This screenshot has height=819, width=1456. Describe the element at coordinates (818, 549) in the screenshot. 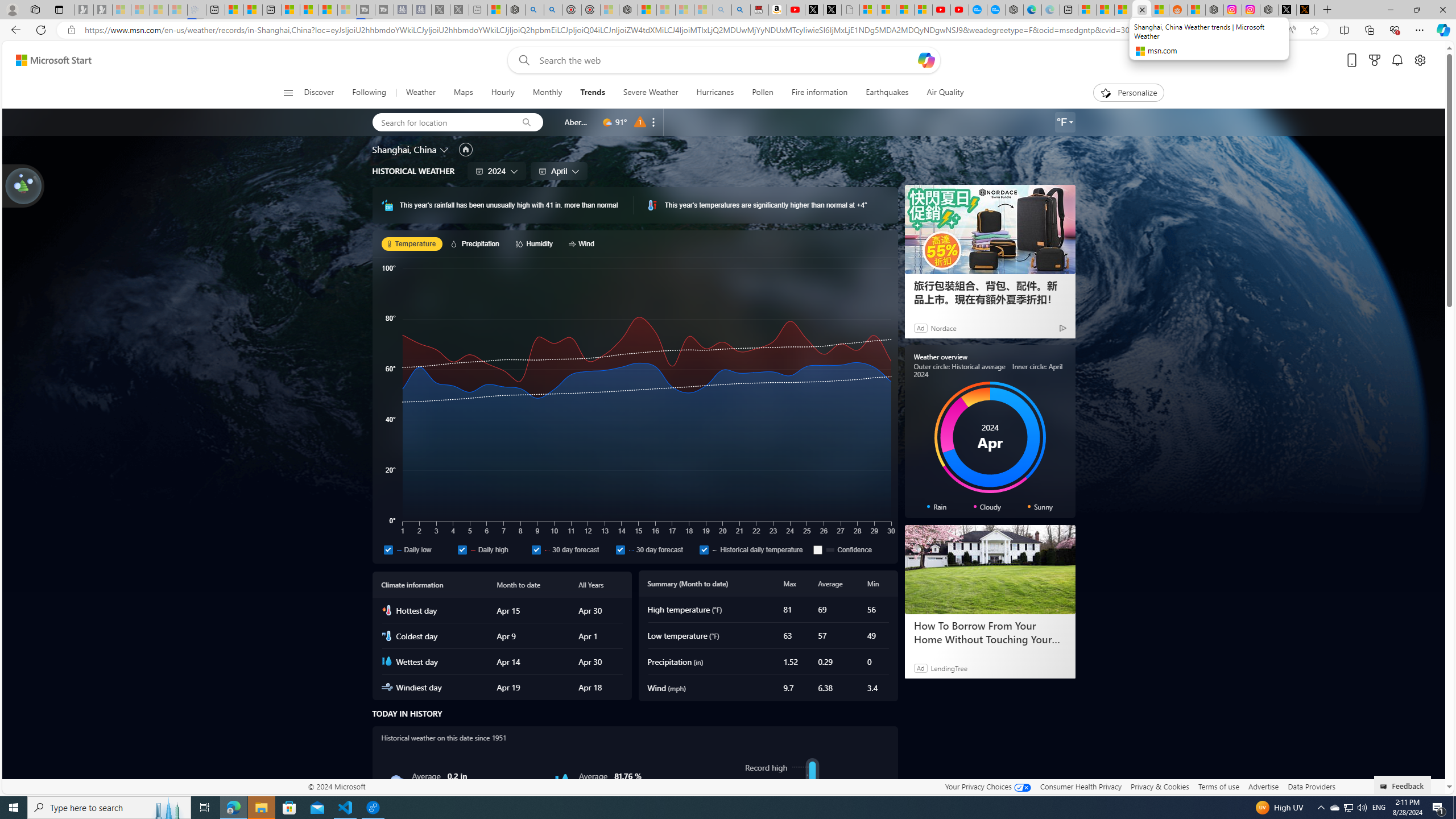

I see `'Confidence'` at that location.